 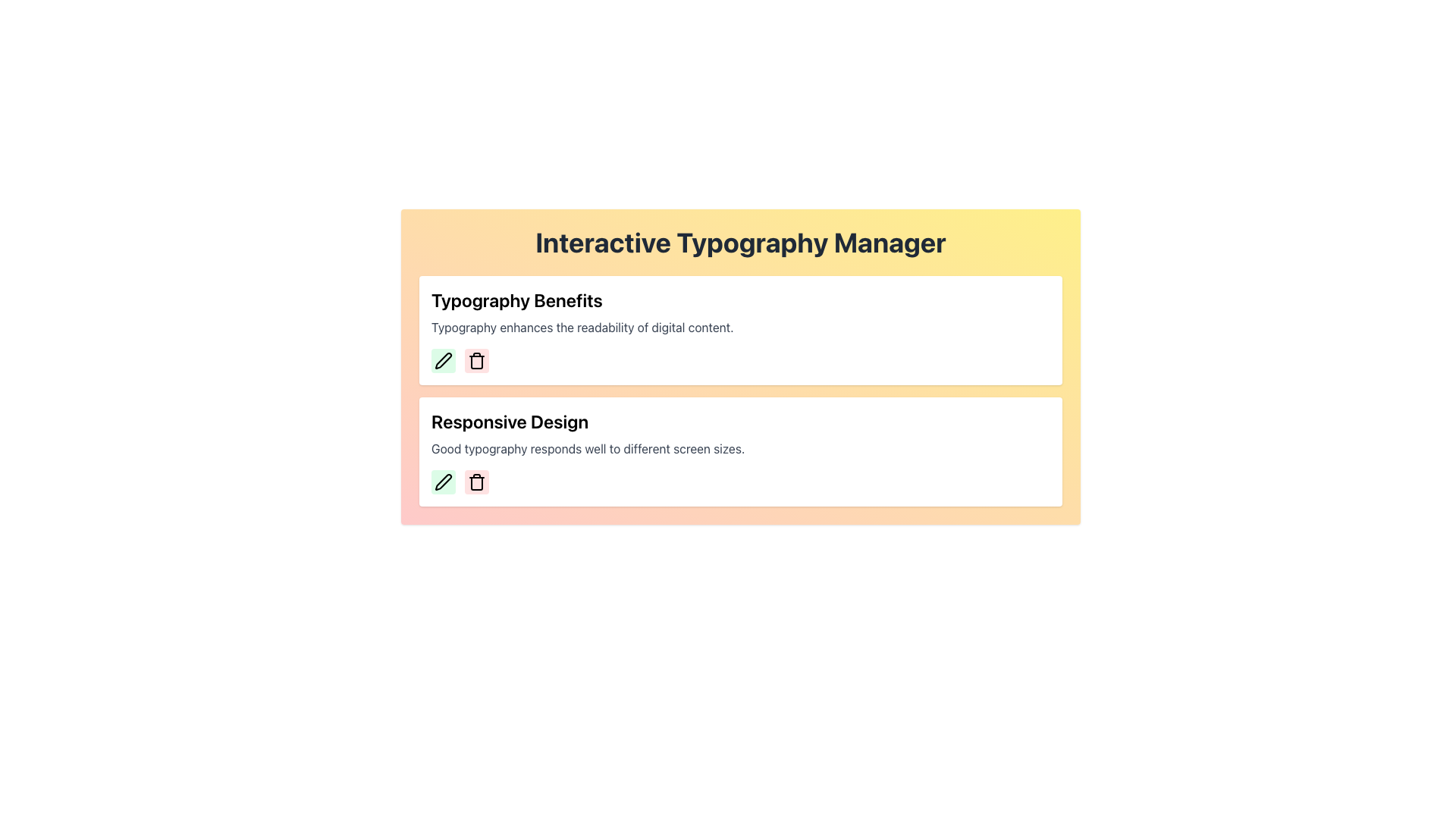 What do you see at coordinates (475, 482) in the screenshot?
I see `the delete button associated with the 'Responsive Design' entry to change its background shade` at bounding box center [475, 482].